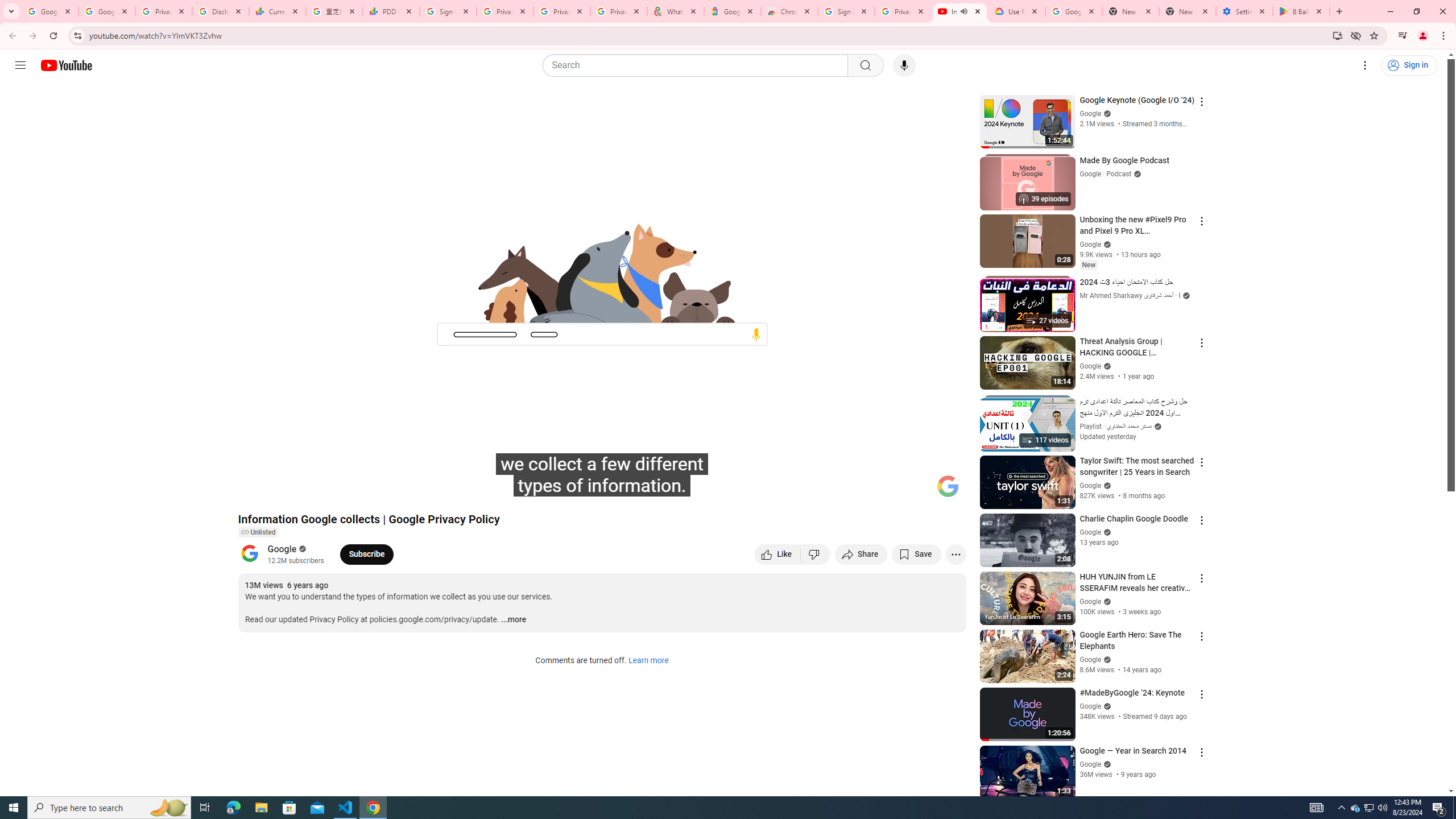  I want to click on 'Subscribe to Google.', so click(366, 553).